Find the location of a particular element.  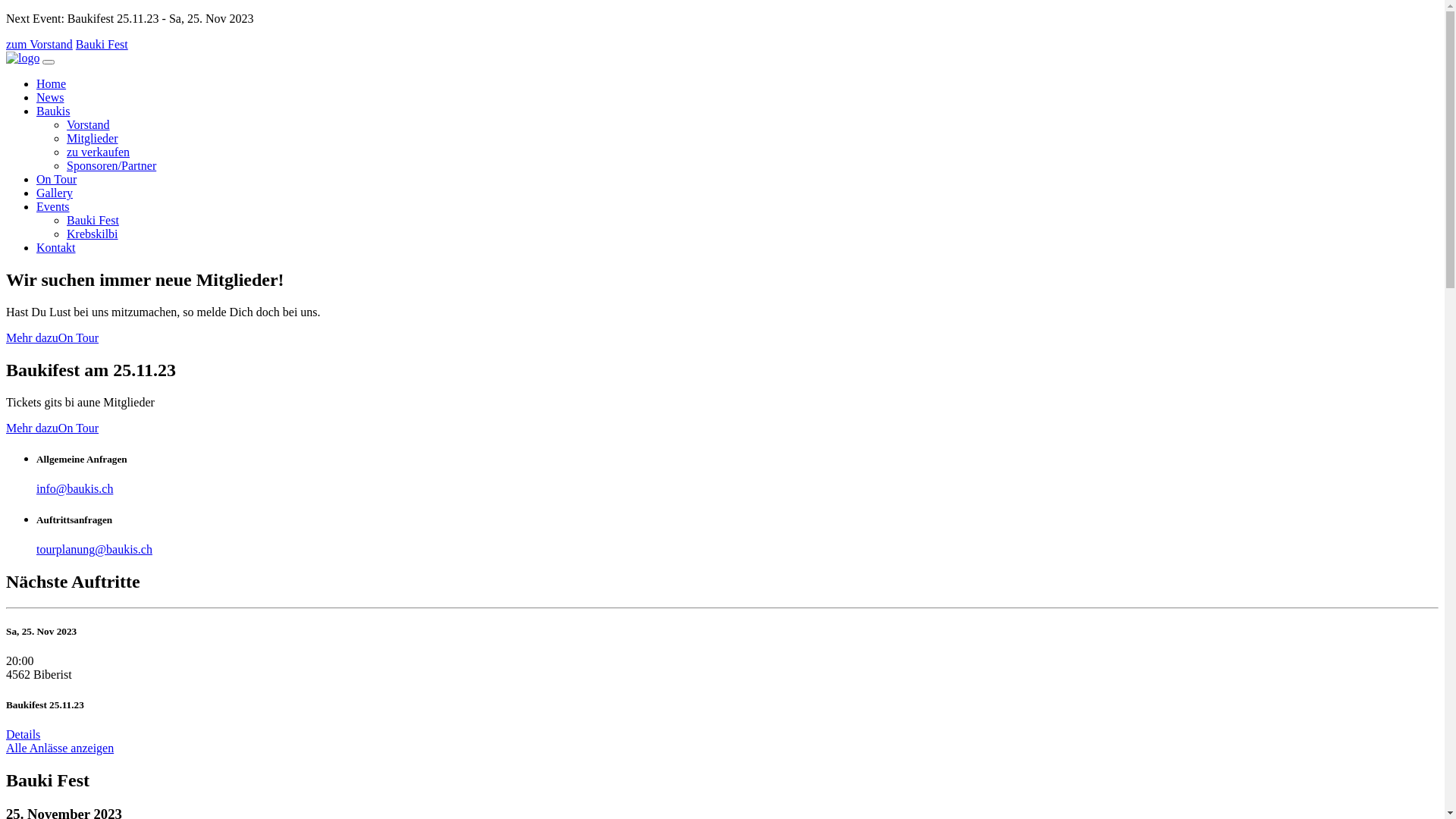

'Details' is located at coordinates (23, 733).